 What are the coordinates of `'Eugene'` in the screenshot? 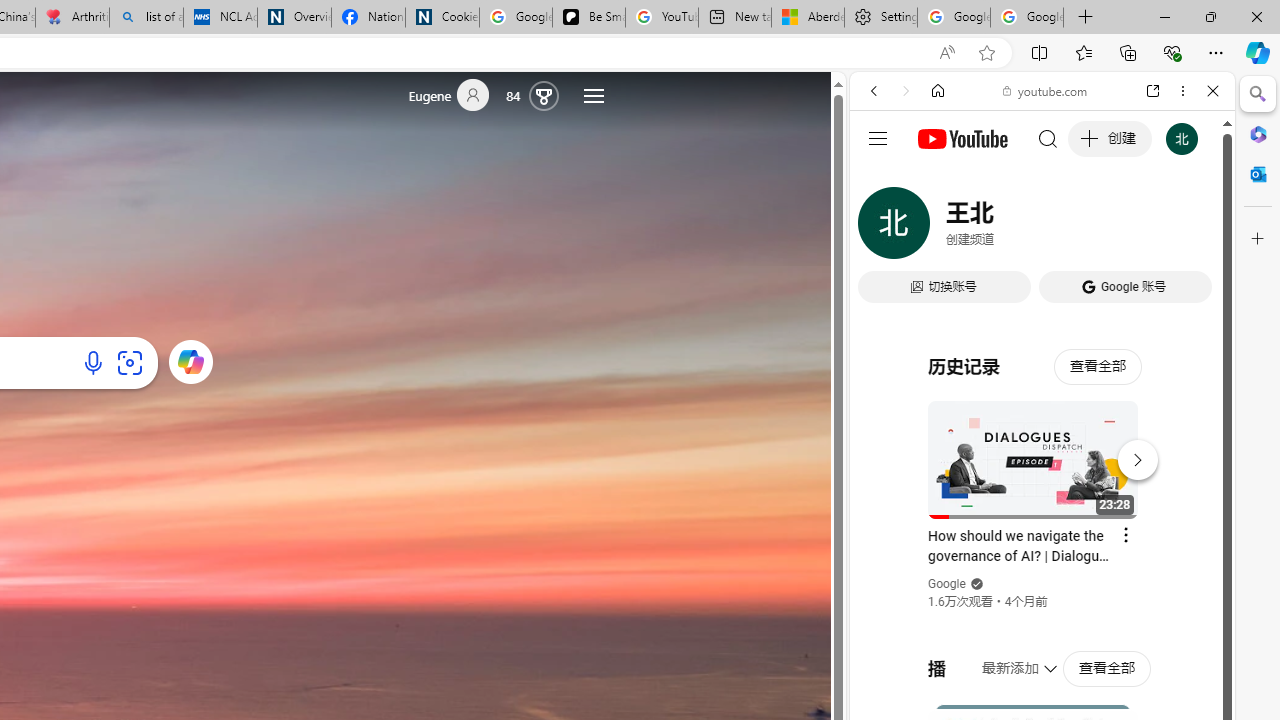 It's located at (456, 95).